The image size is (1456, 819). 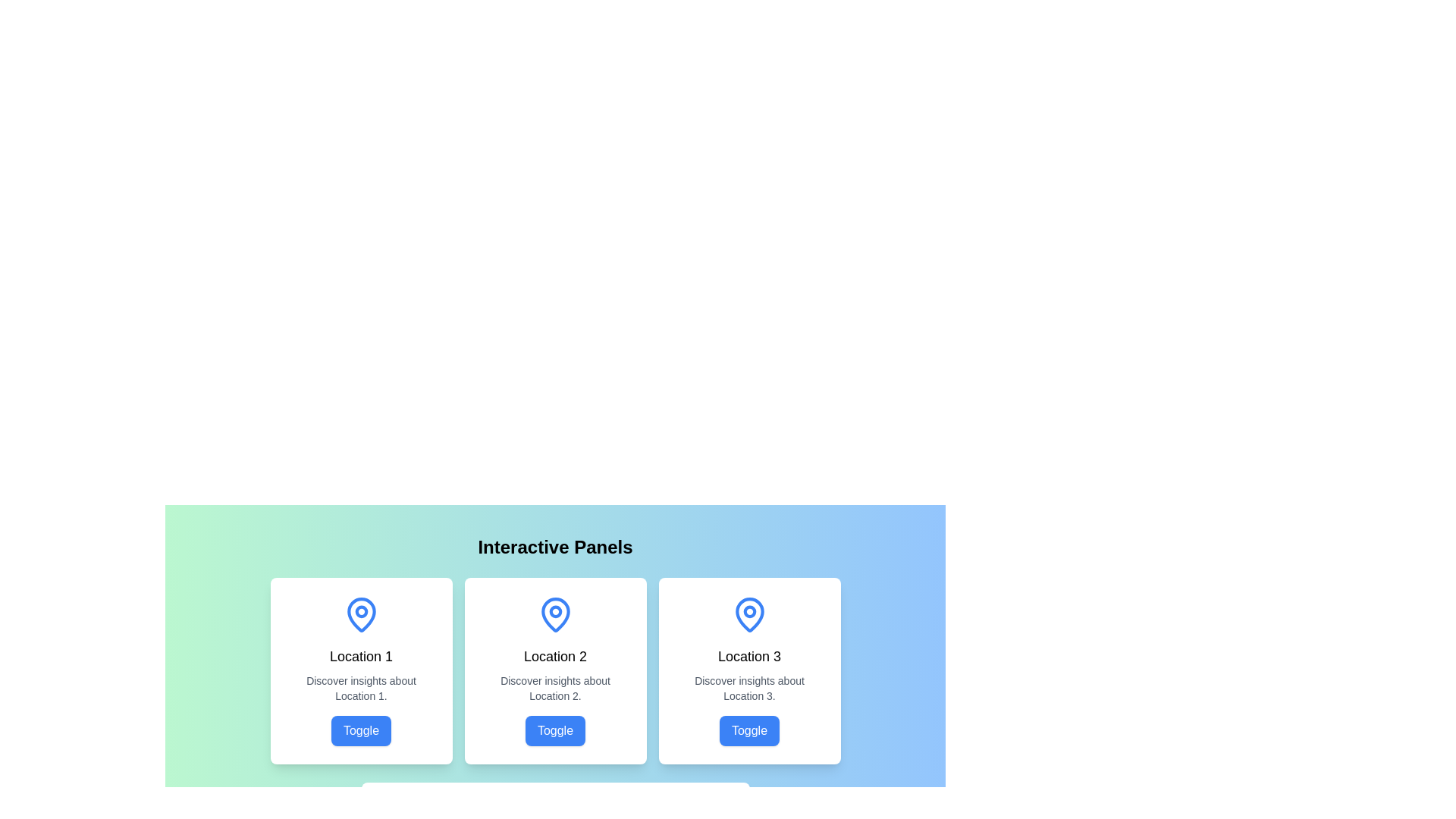 I want to click on the 'Toggle' button with rounded edges and a blue background located within the 'Location 2' card to observe its hover effect, so click(x=554, y=730).